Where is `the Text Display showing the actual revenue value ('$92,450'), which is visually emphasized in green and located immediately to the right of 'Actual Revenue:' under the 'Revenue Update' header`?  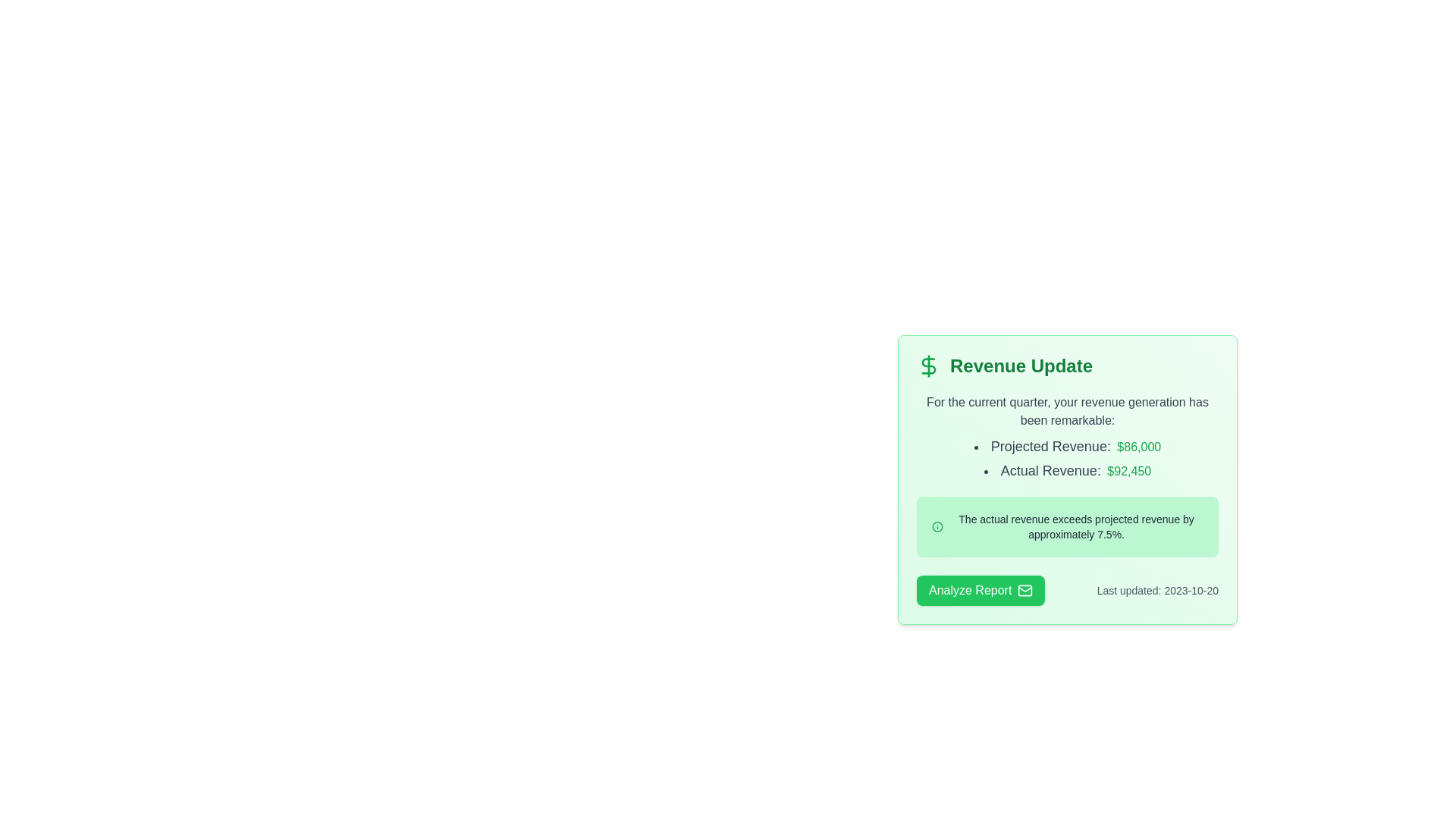 the Text Display showing the actual revenue value ('$92,450'), which is visually emphasized in green and located immediately to the right of 'Actual Revenue:' under the 'Revenue Update' header is located at coordinates (1129, 470).